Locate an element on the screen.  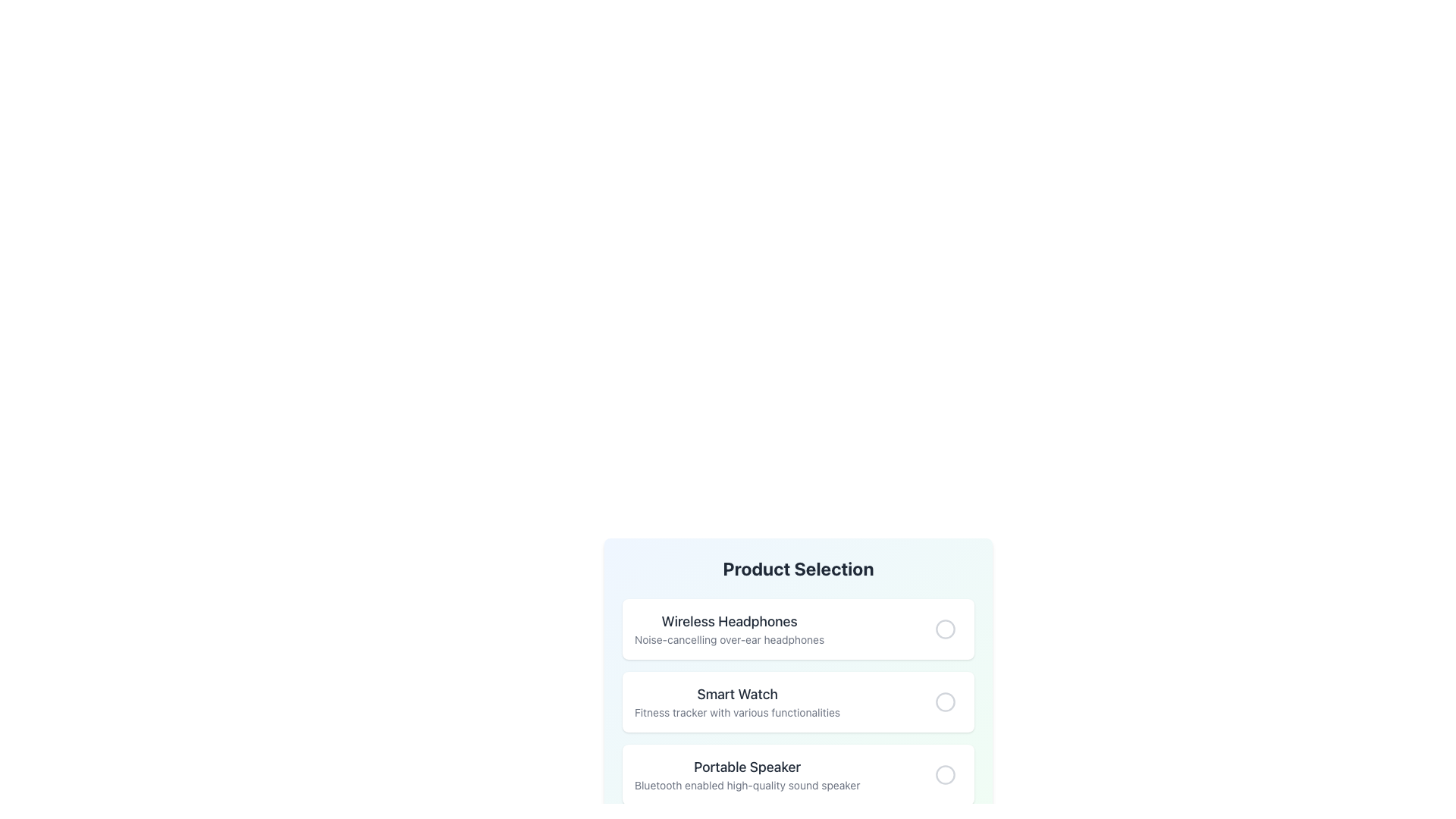
the text block displaying 'Smart Watch' and its description to focus on it is located at coordinates (737, 701).